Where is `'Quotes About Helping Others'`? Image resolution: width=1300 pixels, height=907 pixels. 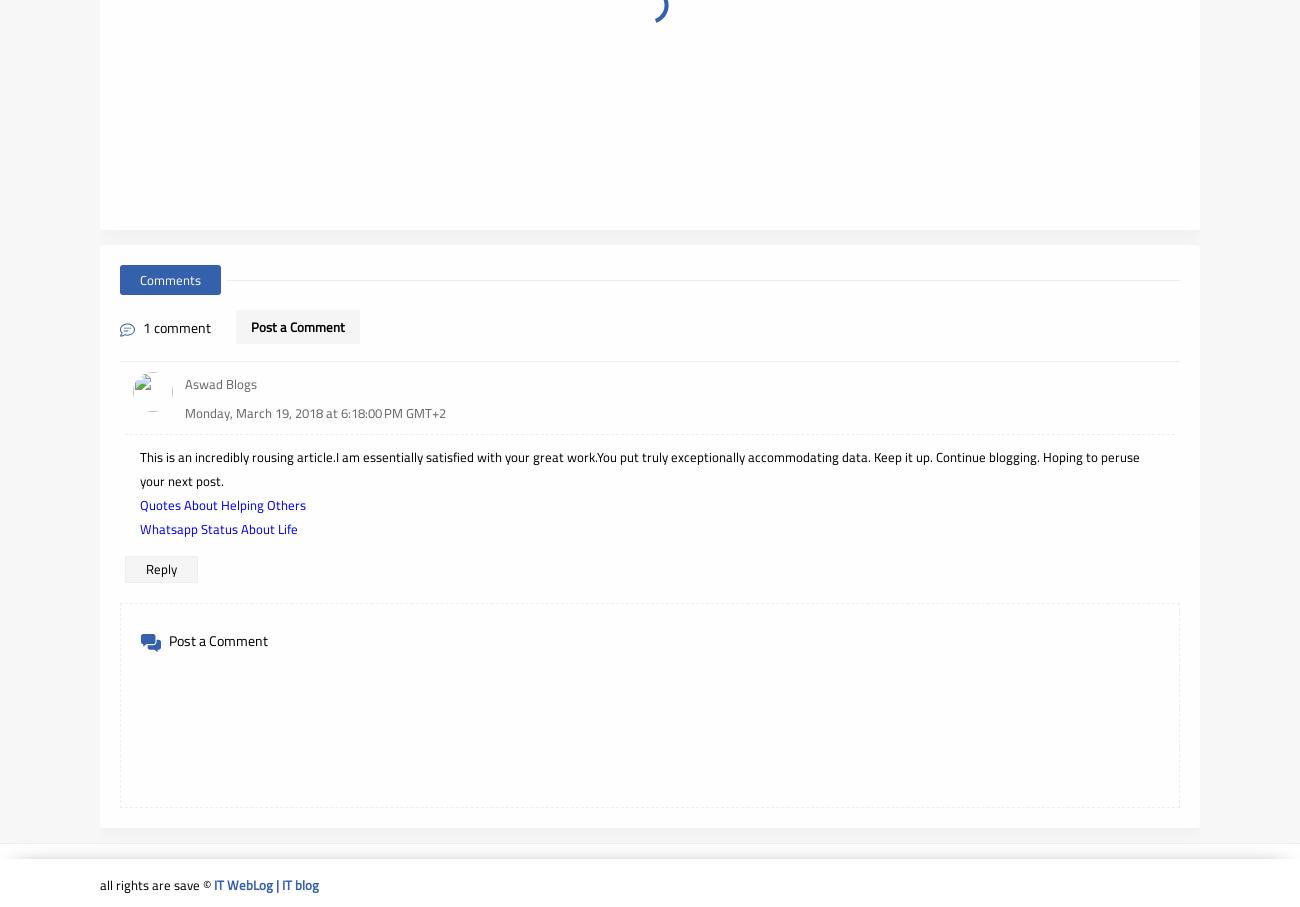
'Quotes About Helping Others' is located at coordinates (221, 504).